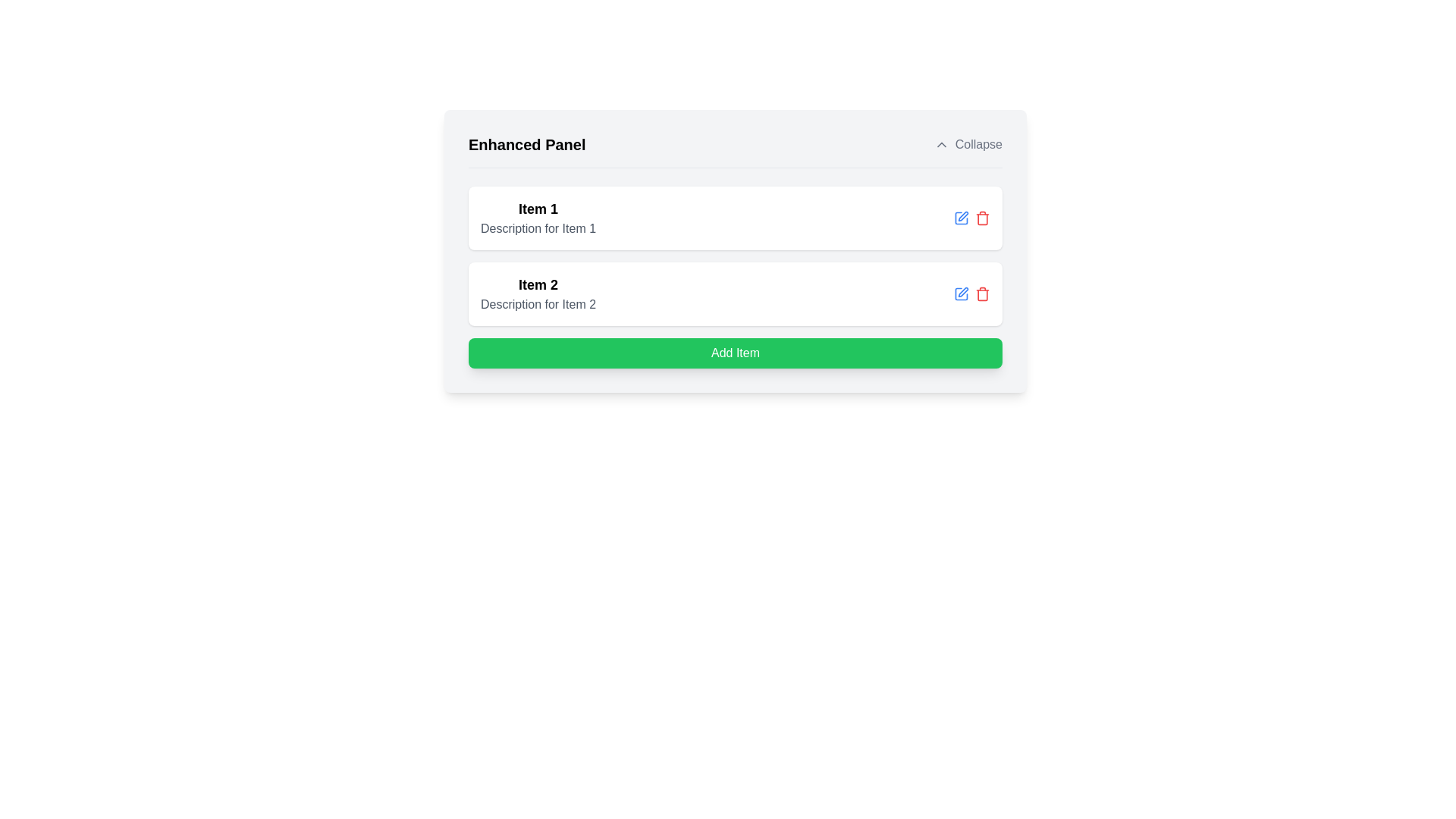  I want to click on title 'Item 2' and its description from the text display that is the second item in the 'Enhanced Panel' list, so click(538, 294).